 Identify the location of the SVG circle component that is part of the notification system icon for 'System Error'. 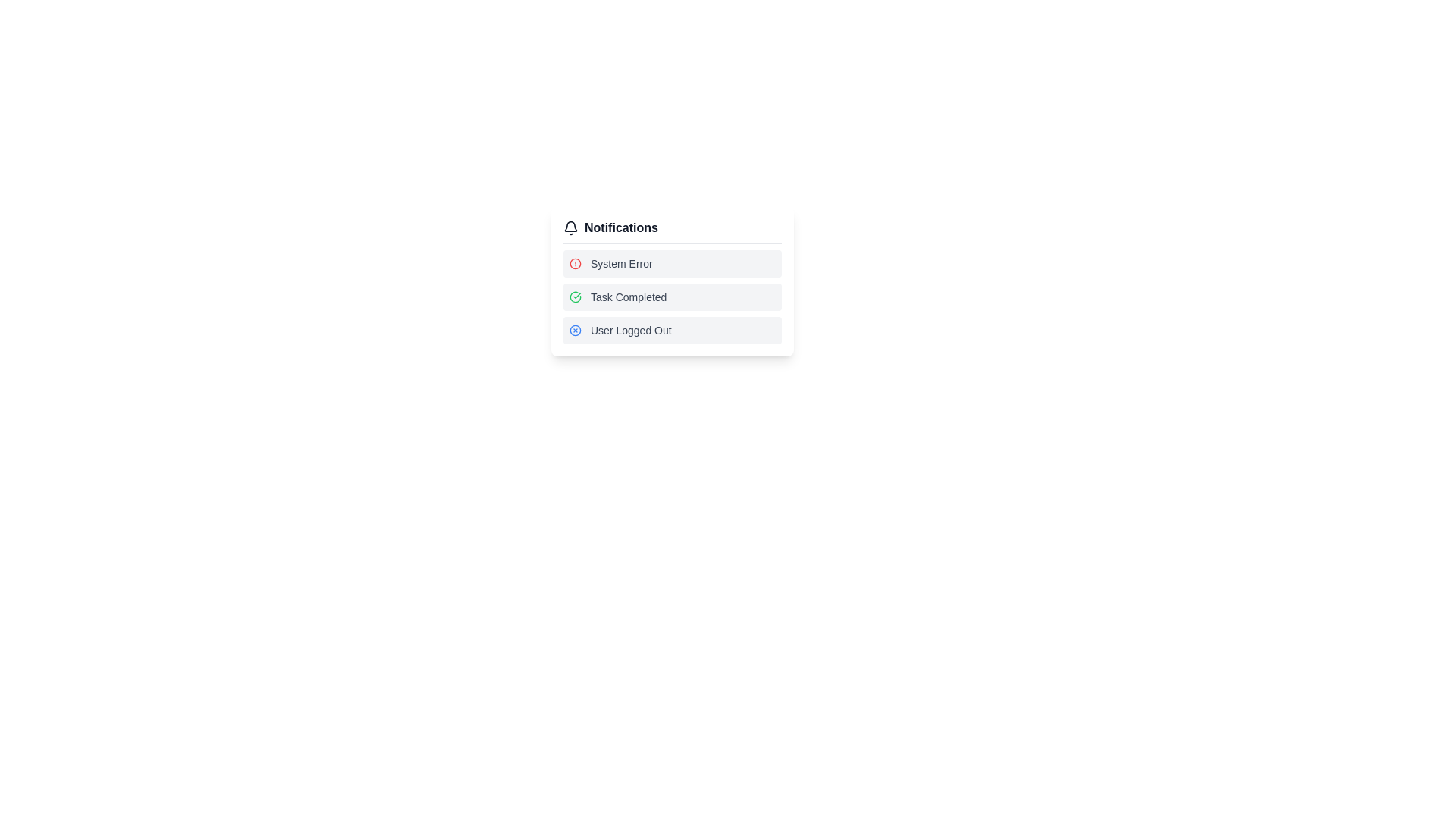
(574, 329).